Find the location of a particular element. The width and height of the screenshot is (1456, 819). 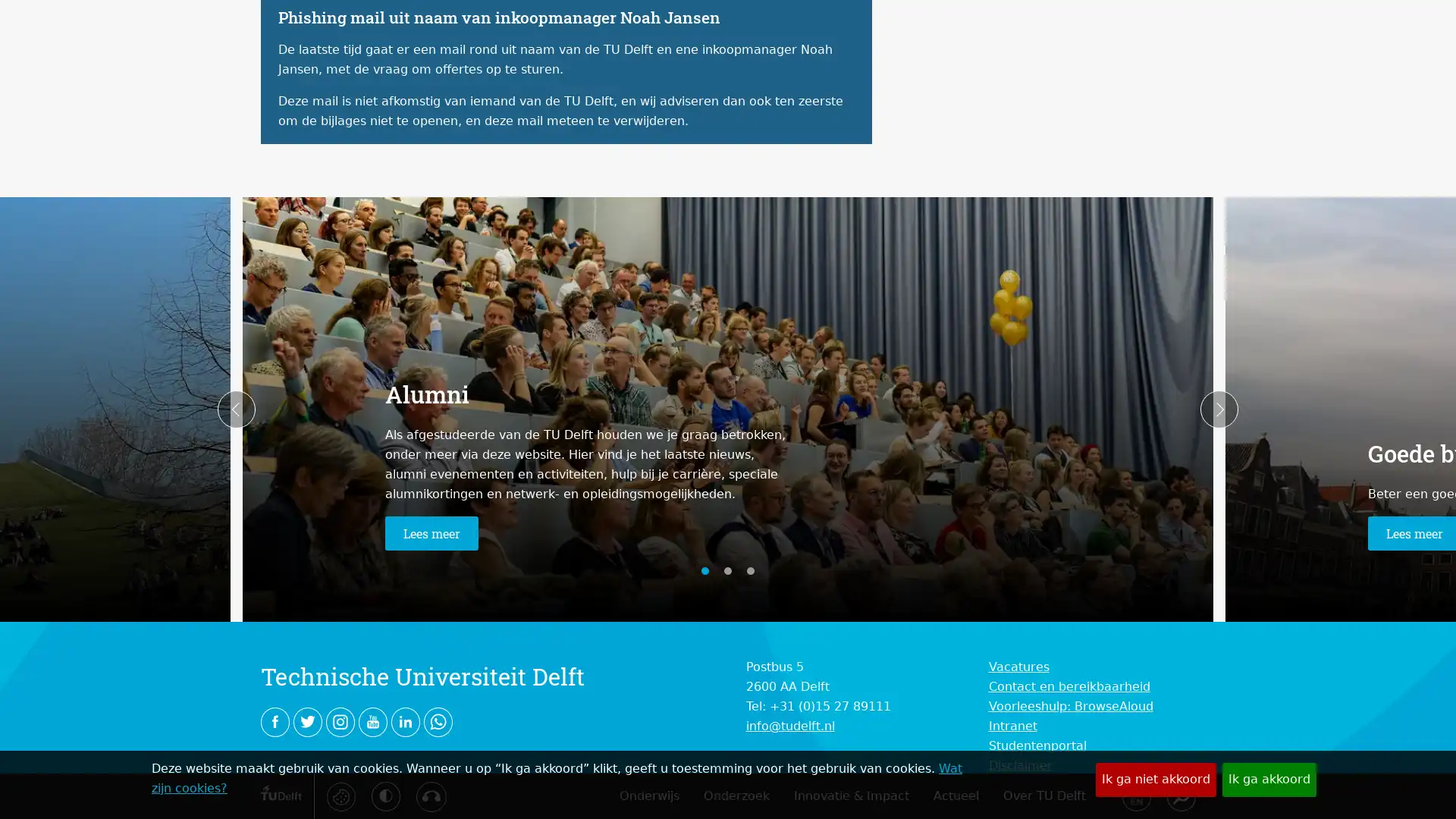

Luister met de ReachDeck-werkbalk is located at coordinates (429, 795).